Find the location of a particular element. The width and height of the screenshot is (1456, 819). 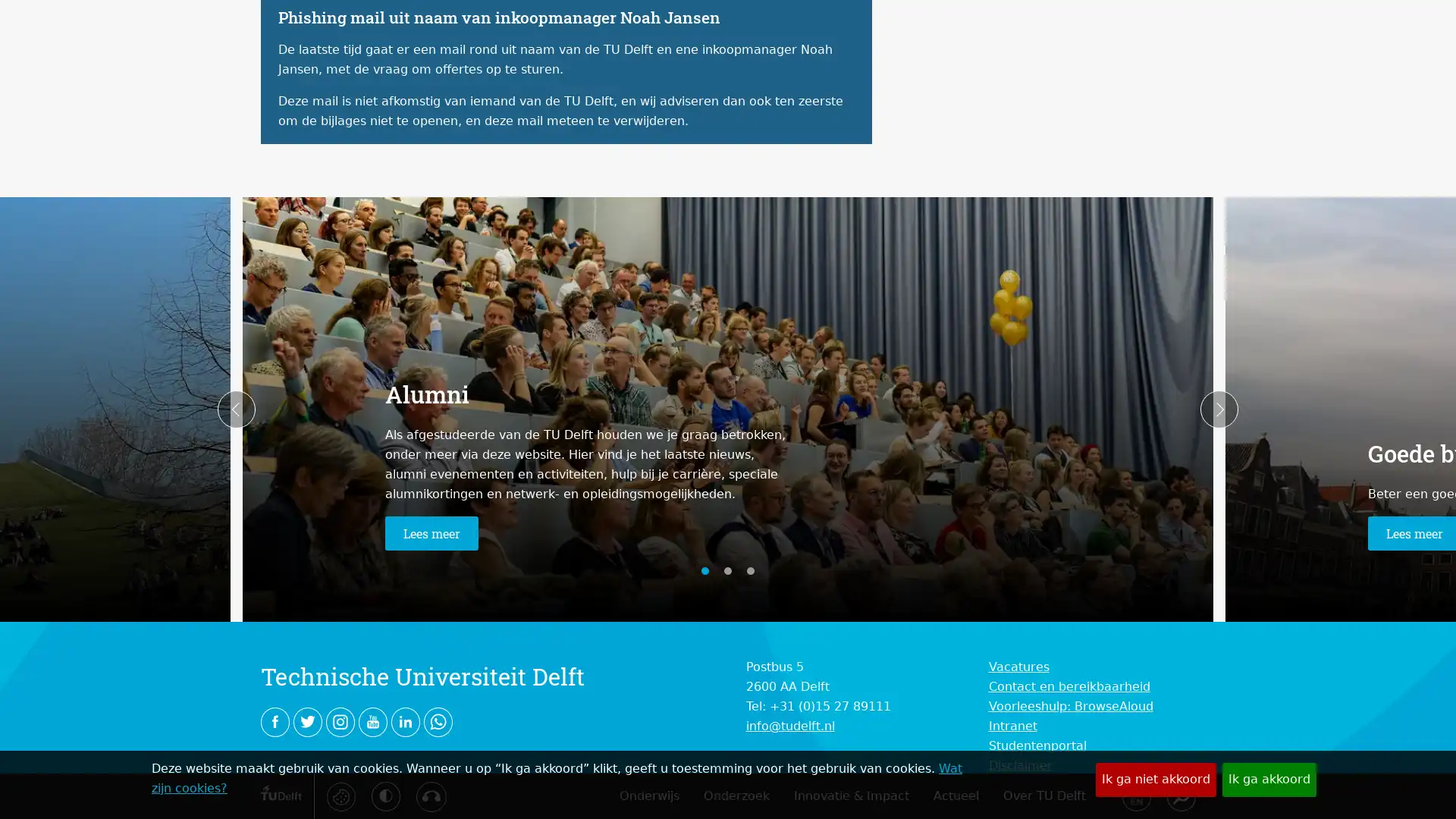

Luister met de ReachDeck-werkbalk is located at coordinates (429, 795).